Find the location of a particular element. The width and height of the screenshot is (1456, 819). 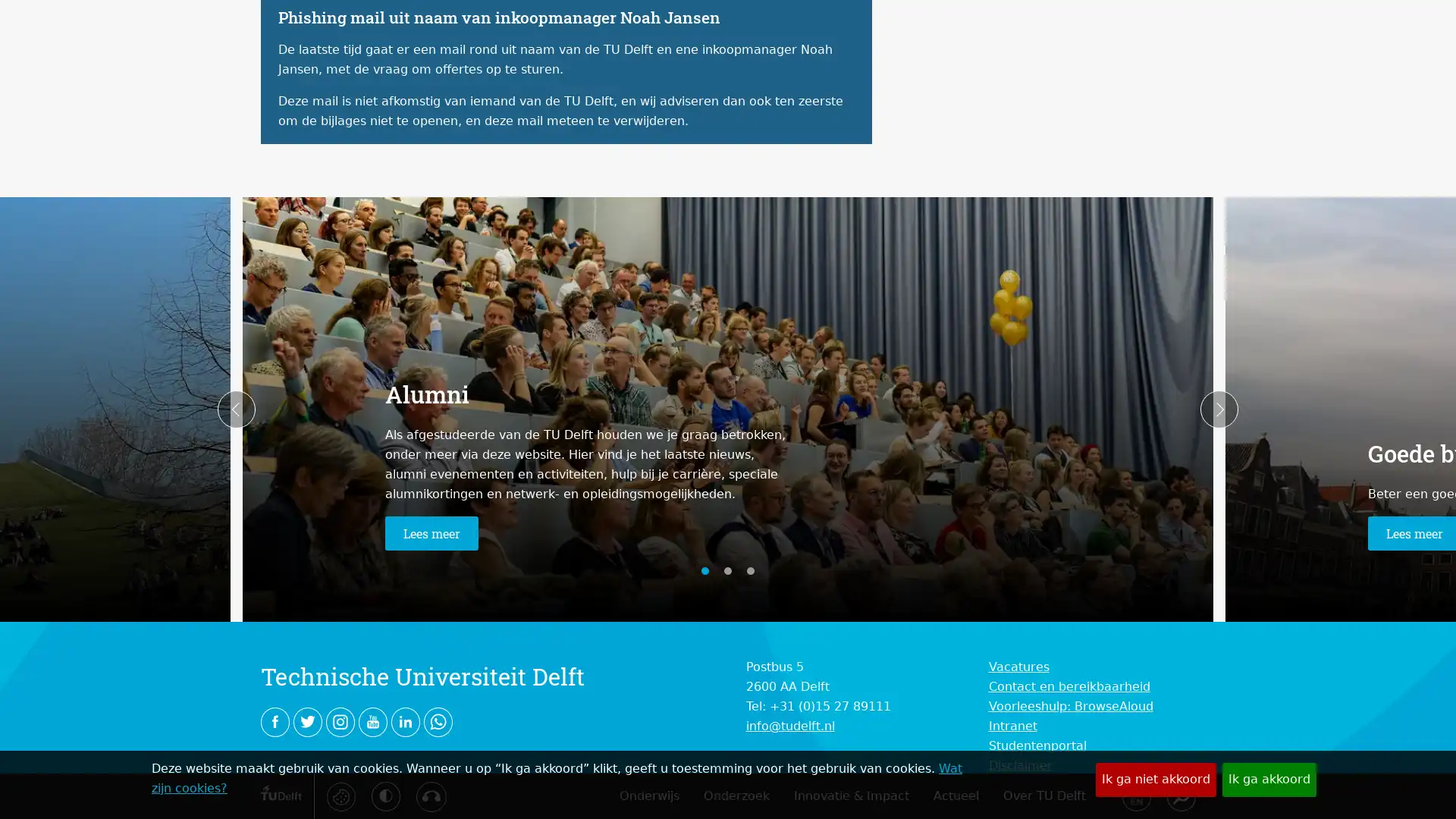

Luister met de ReachDeck-werkbalk is located at coordinates (429, 795).